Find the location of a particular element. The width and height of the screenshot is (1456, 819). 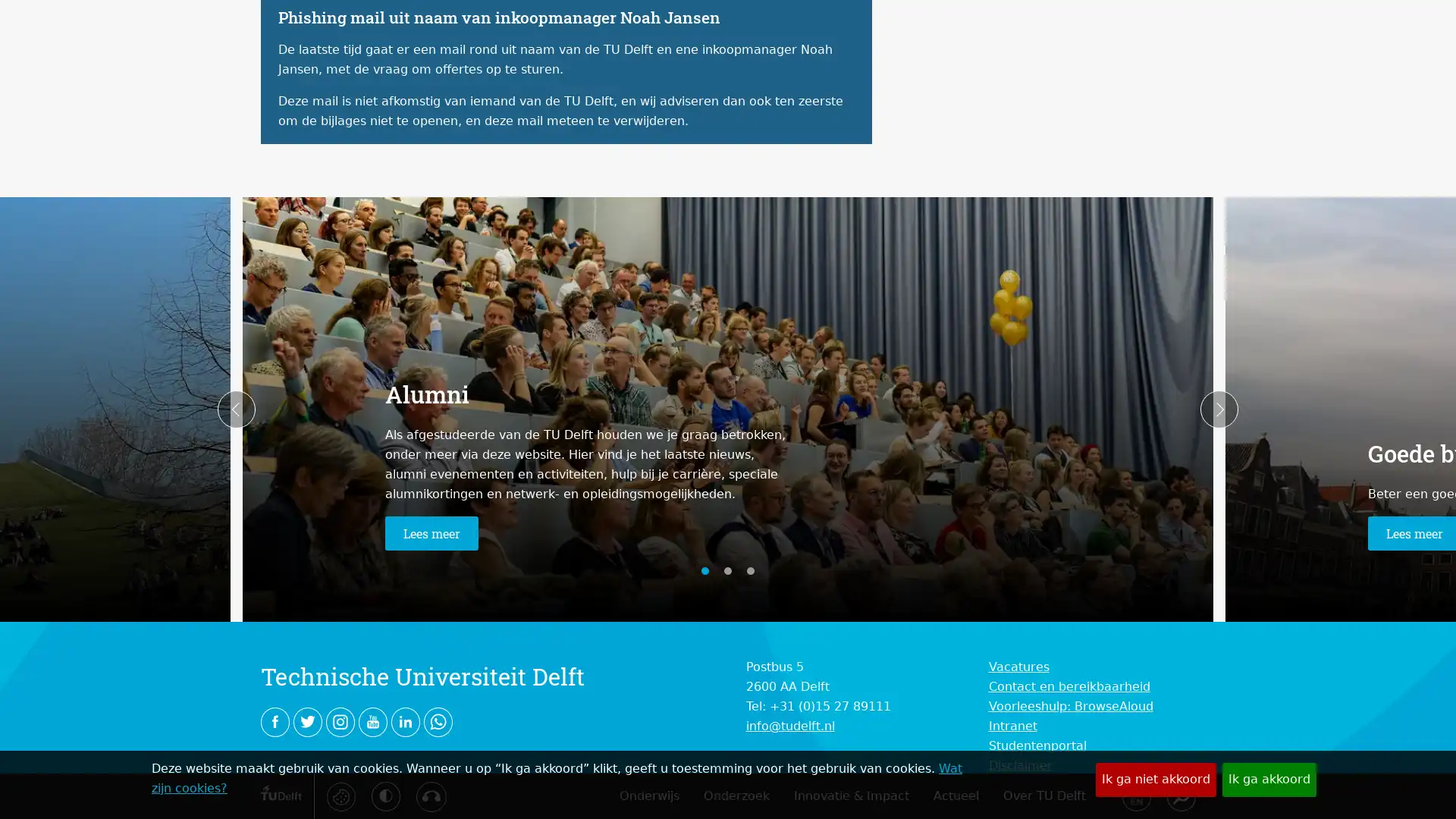

Luister met de ReachDeck-werkbalk is located at coordinates (429, 795).